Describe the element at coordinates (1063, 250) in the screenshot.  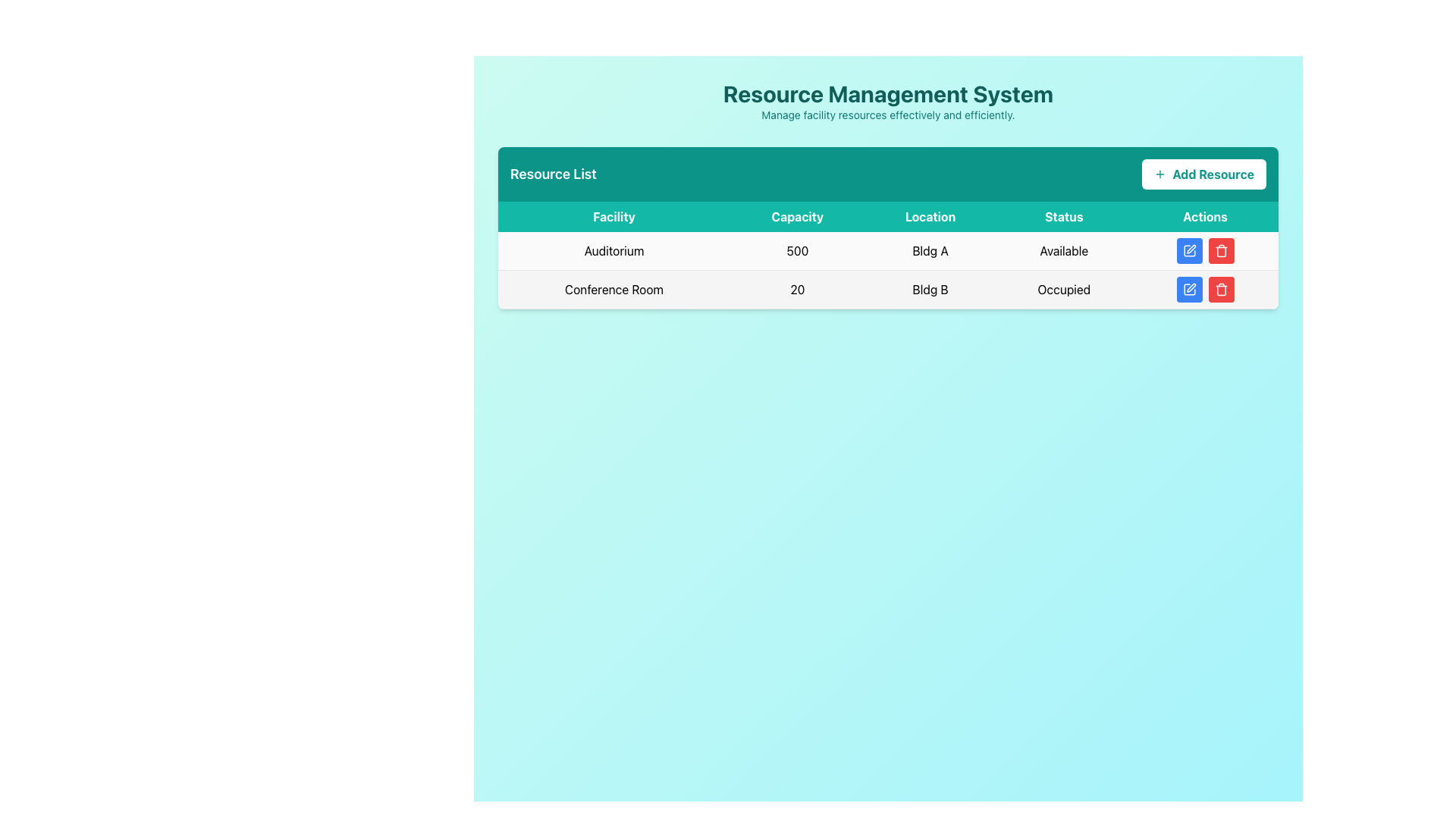
I see `the Text display indicating the availability status of the resource in the 'Resource List' table, specifically located in the last cell of the row labeled 'Auditorium, 500, Bldg A' in the 'Status' column` at that location.